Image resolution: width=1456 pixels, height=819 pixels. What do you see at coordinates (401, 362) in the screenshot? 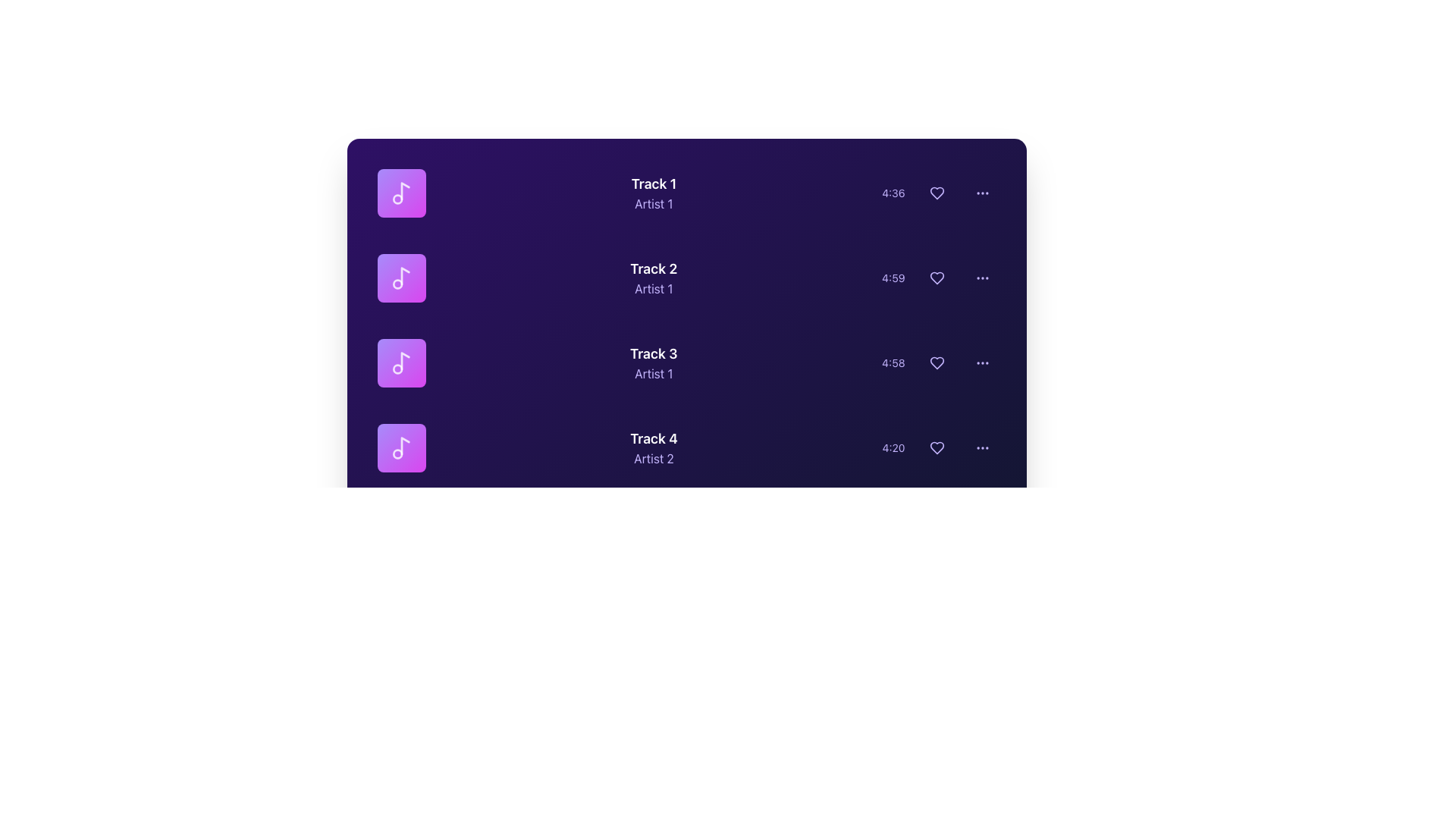
I see `the third music note icon in the vertical list` at bounding box center [401, 362].